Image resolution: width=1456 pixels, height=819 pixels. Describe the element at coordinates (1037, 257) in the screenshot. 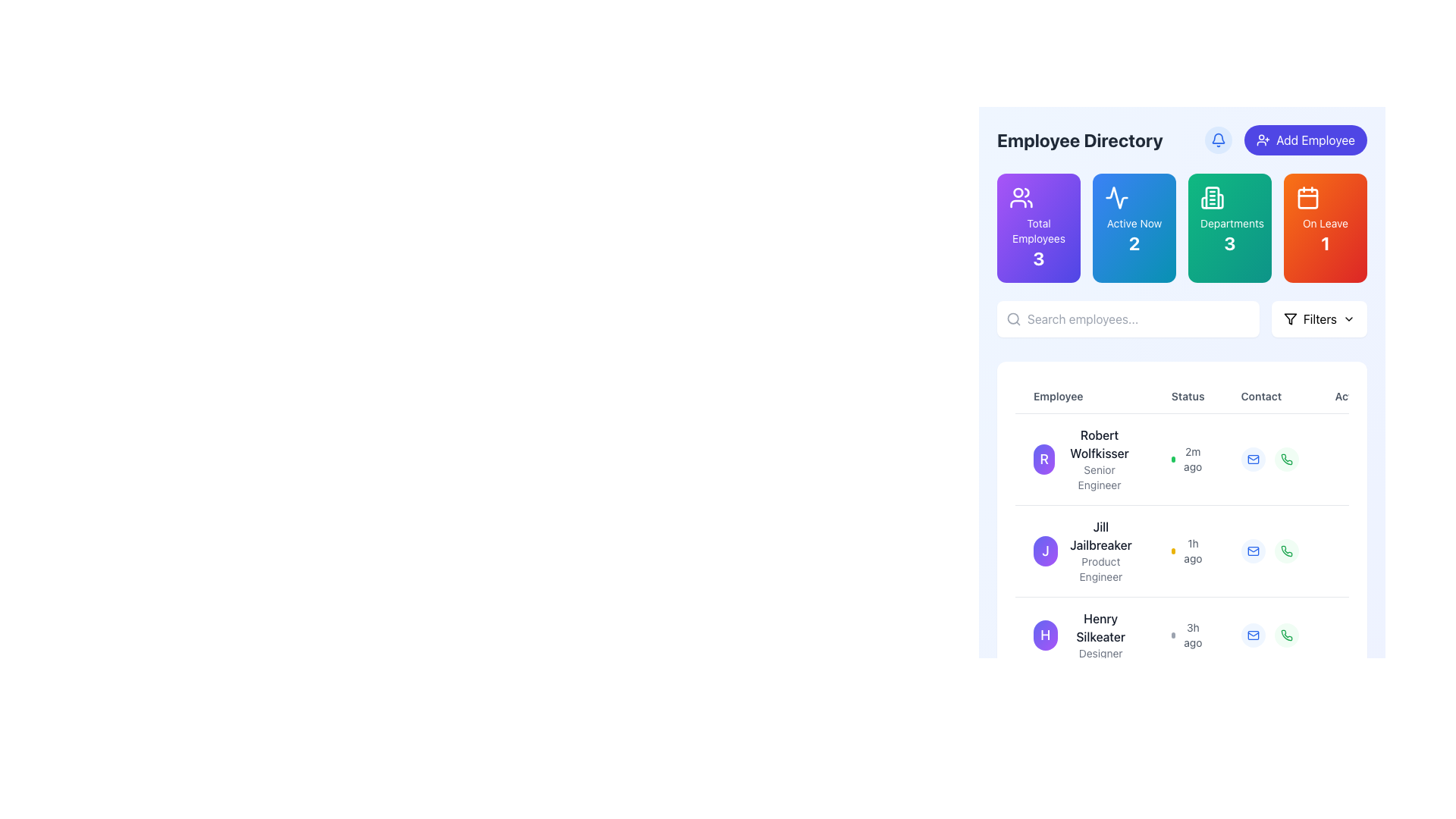

I see `the numerical label displaying the number '3' in bold text, located in the bottom section of the purple tile titled 'Total Employees'` at that location.